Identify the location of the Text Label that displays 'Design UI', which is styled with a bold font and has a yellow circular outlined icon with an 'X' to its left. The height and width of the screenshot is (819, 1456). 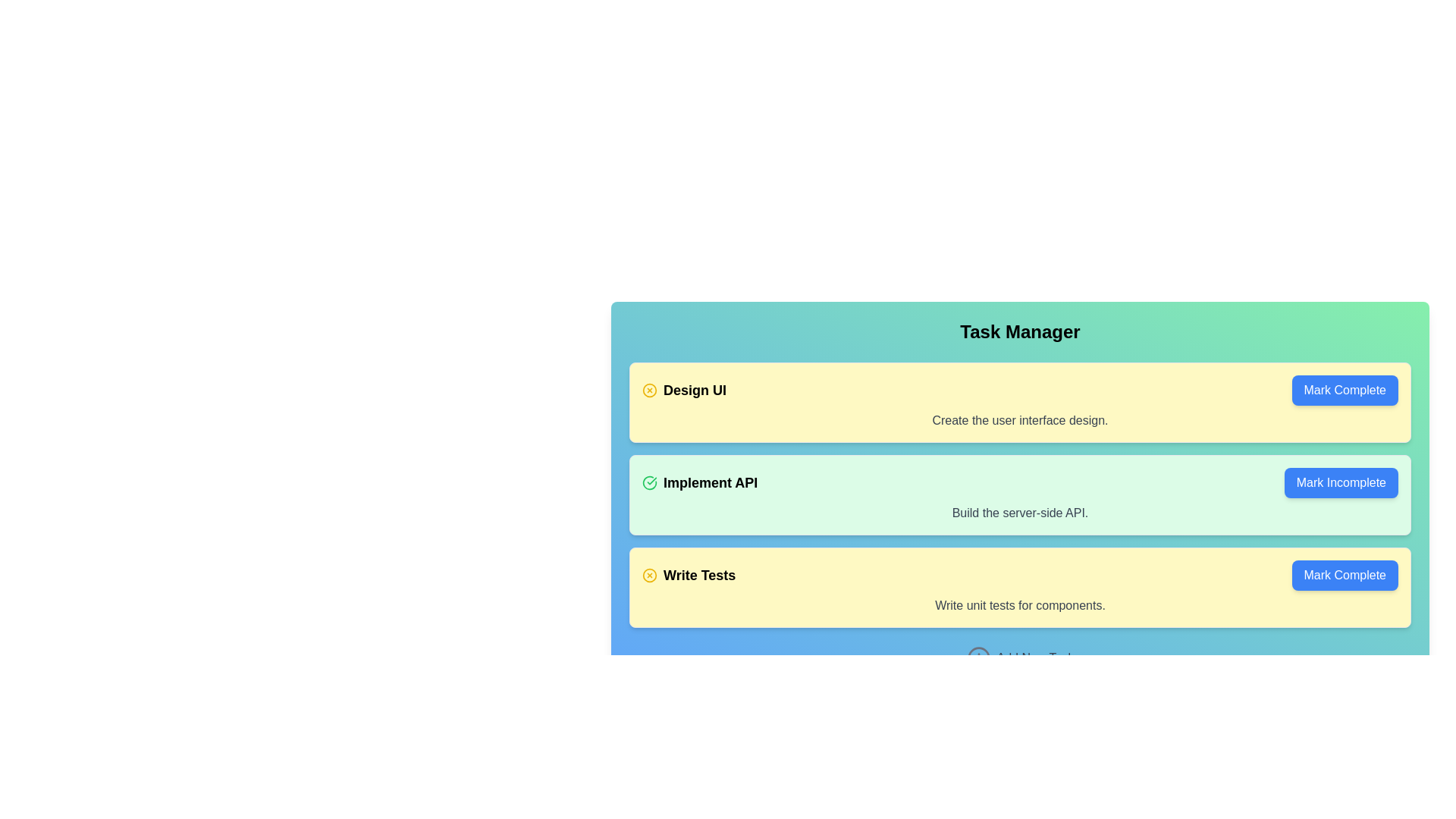
(683, 390).